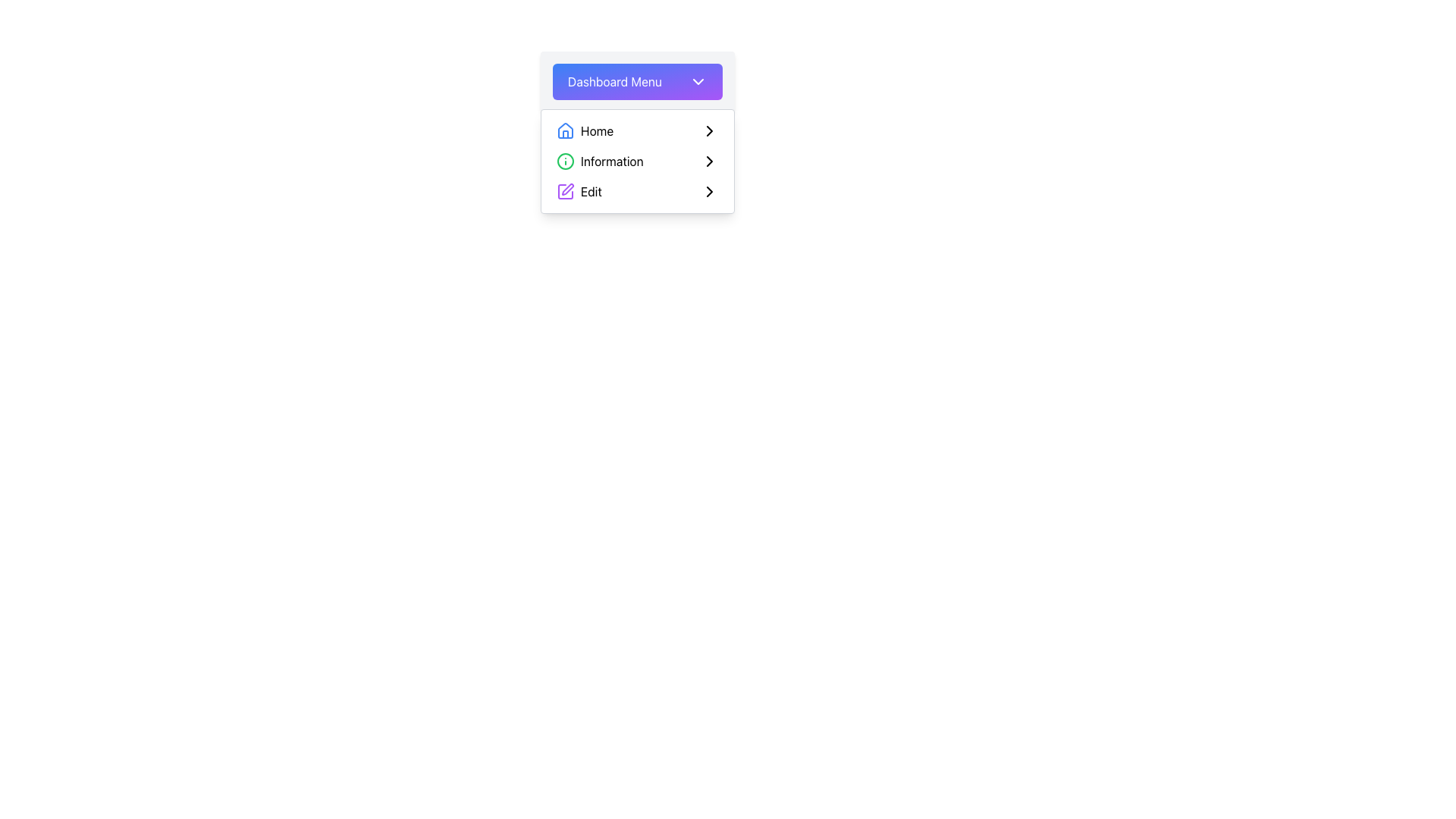 The image size is (1456, 819). Describe the element at coordinates (566, 189) in the screenshot. I see `the purple-colored pen icon located next to the 'Edit' option in the dropdown menu, which depicts the lower segment of the pen` at that location.